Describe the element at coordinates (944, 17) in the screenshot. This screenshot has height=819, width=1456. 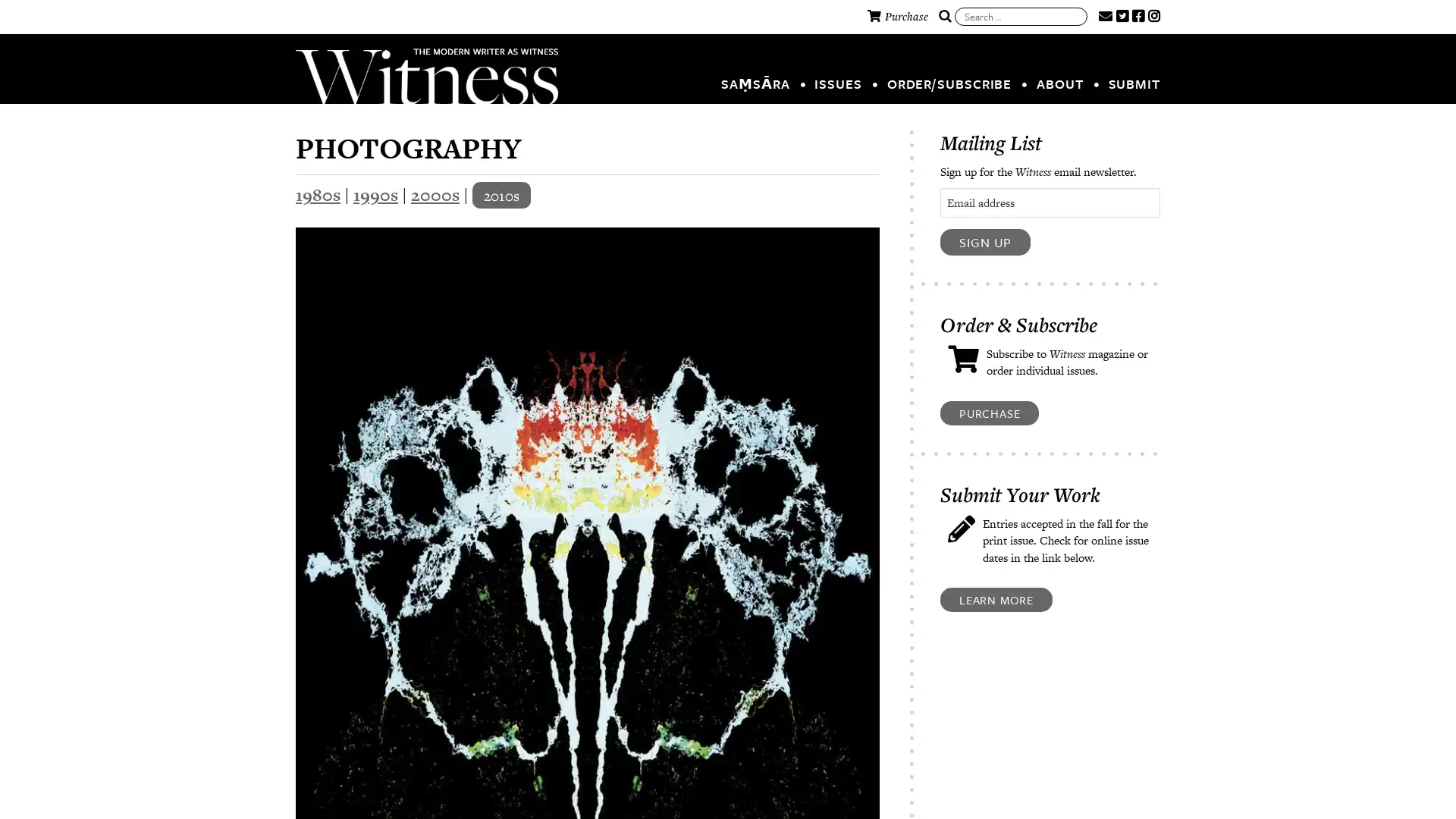
I see `Search` at that location.